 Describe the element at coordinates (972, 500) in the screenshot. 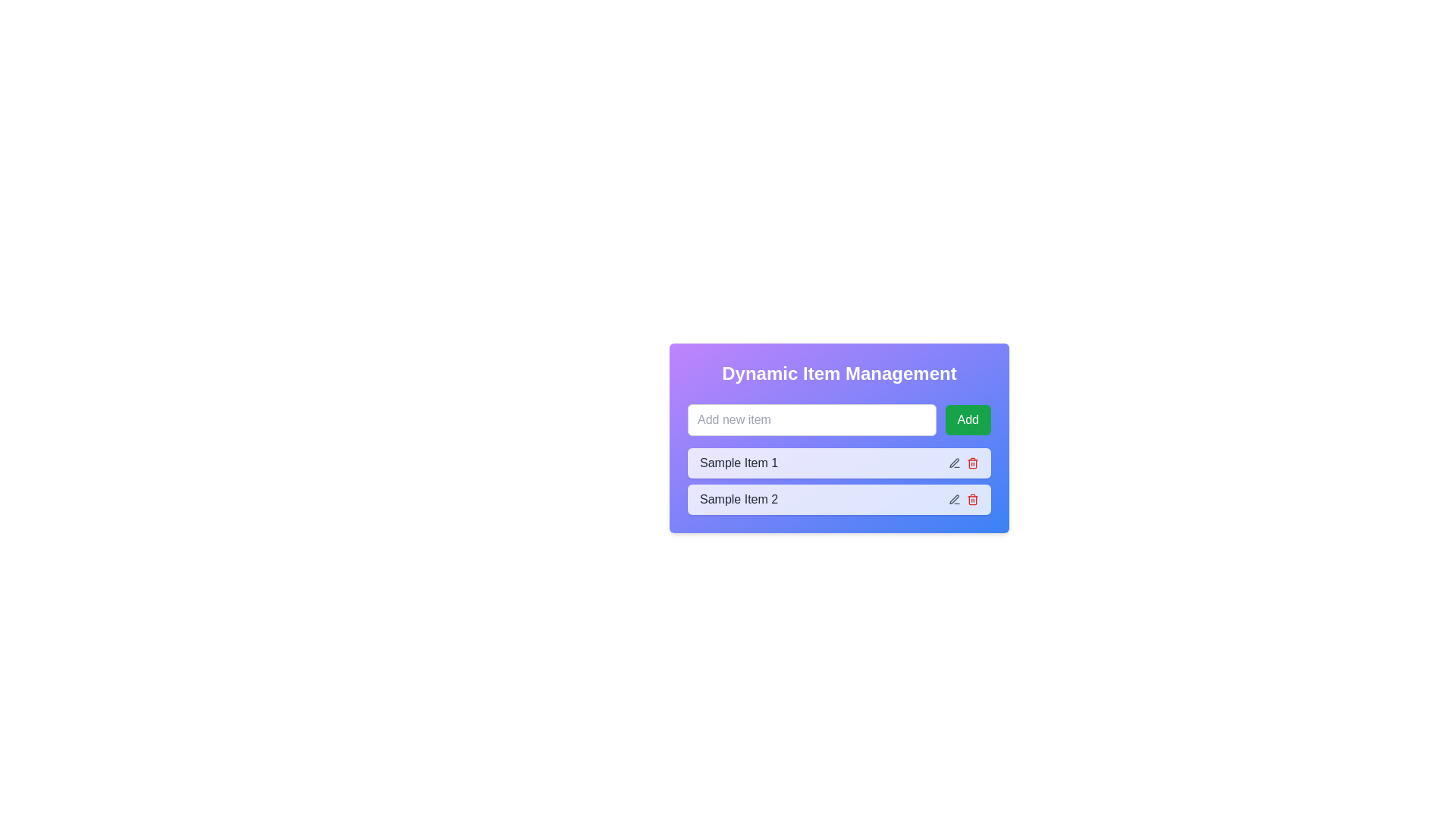

I see `the delete icon button associated with 'Sample Item 2'` at that location.